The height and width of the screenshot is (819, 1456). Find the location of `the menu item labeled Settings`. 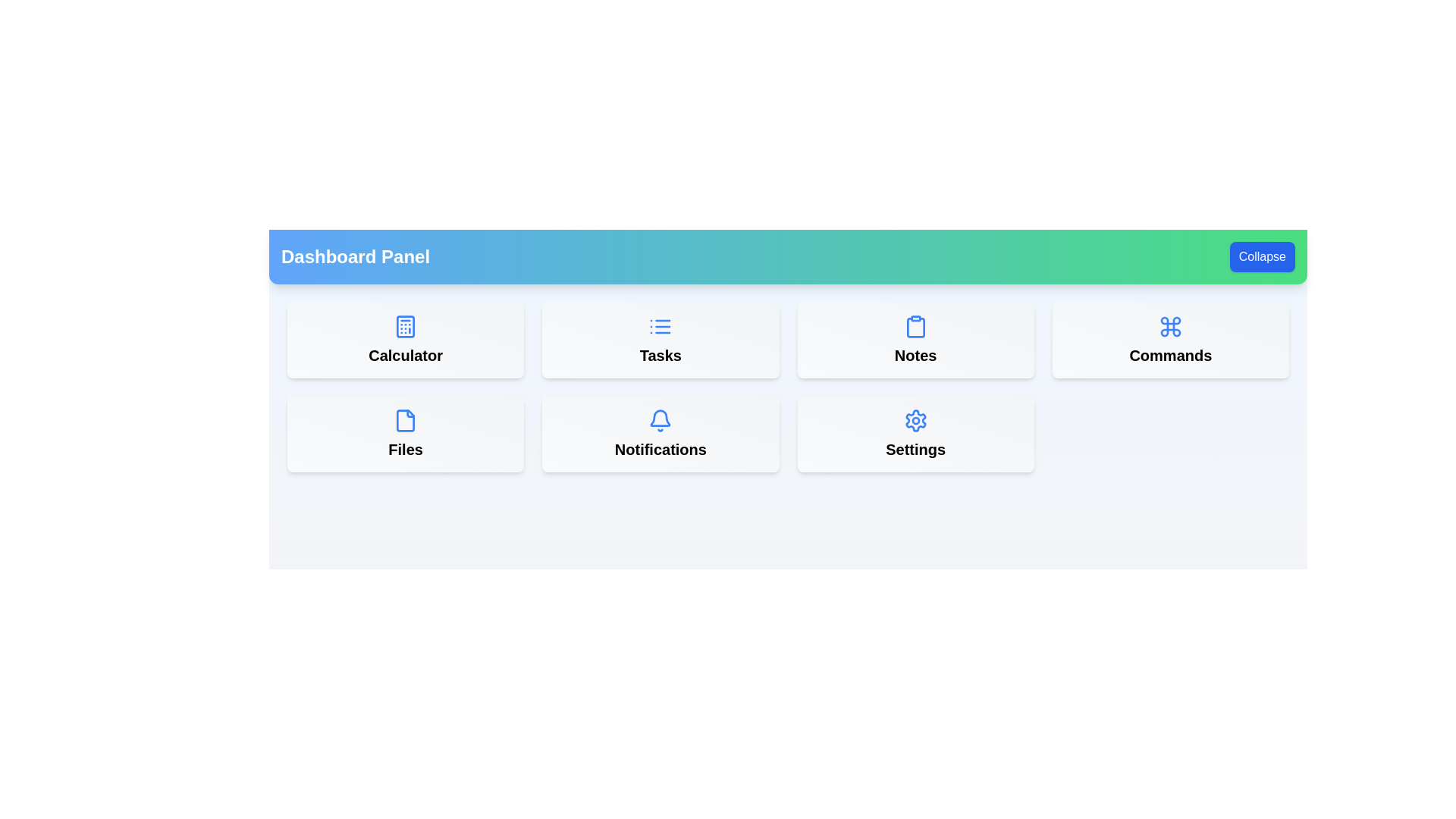

the menu item labeled Settings is located at coordinates (914, 435).